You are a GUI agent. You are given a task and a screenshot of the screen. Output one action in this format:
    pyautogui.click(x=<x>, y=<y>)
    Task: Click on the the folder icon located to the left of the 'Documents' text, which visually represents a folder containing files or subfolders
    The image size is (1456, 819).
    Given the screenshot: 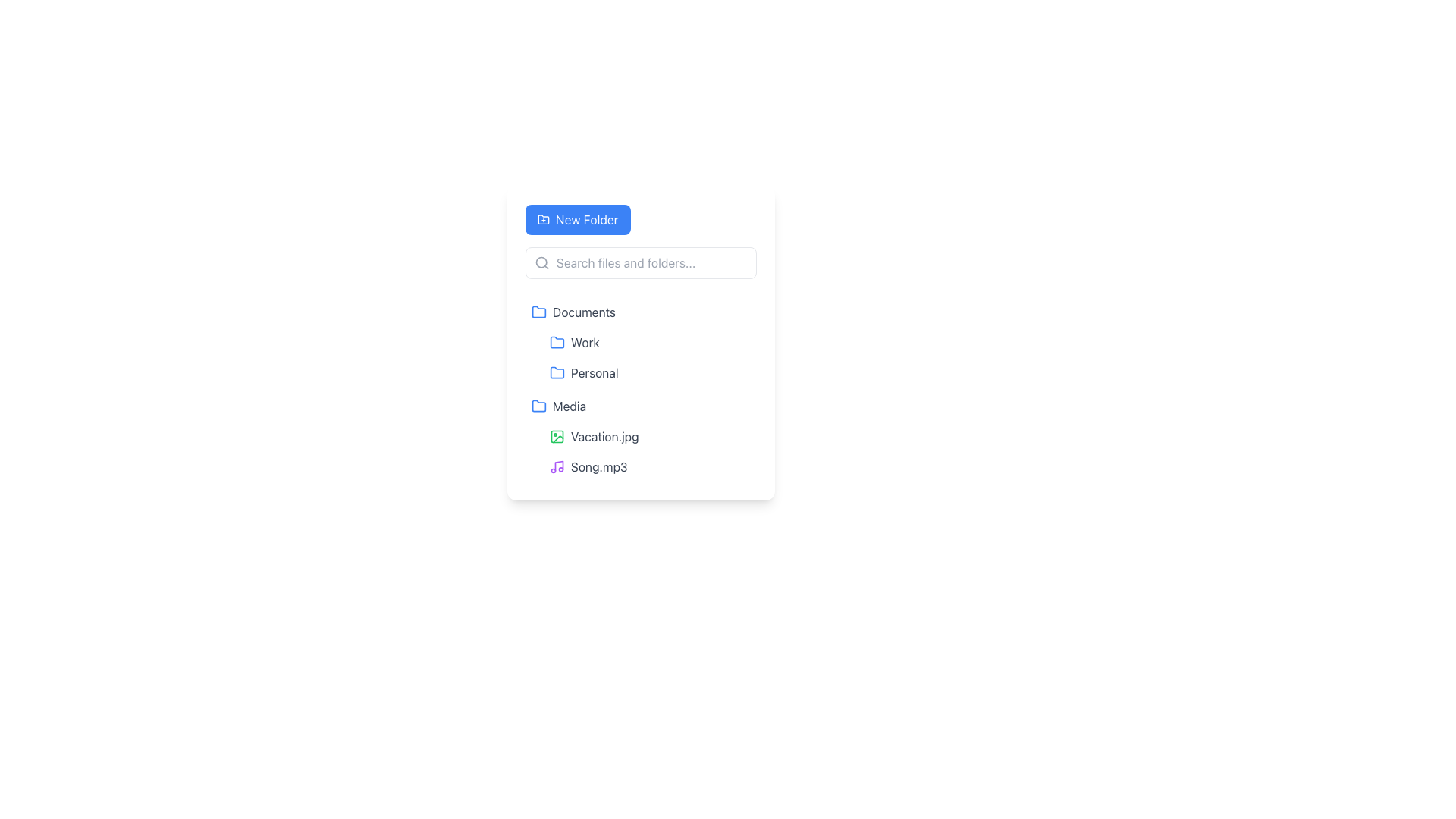 What is the action you would take?
    pyautogui.click(x=538, y=312)
    